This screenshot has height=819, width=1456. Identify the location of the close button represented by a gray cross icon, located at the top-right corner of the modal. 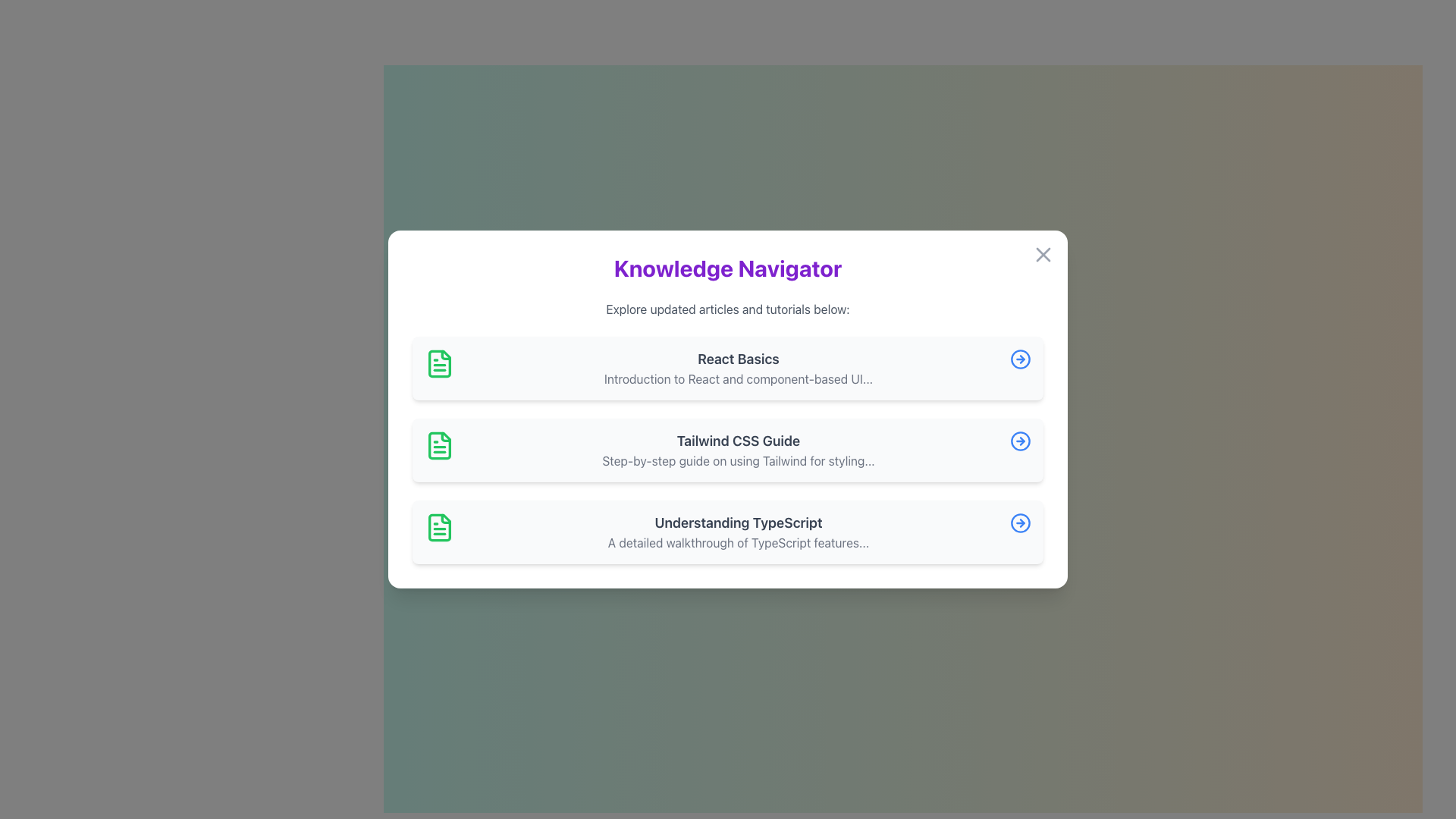
(1043, 253).